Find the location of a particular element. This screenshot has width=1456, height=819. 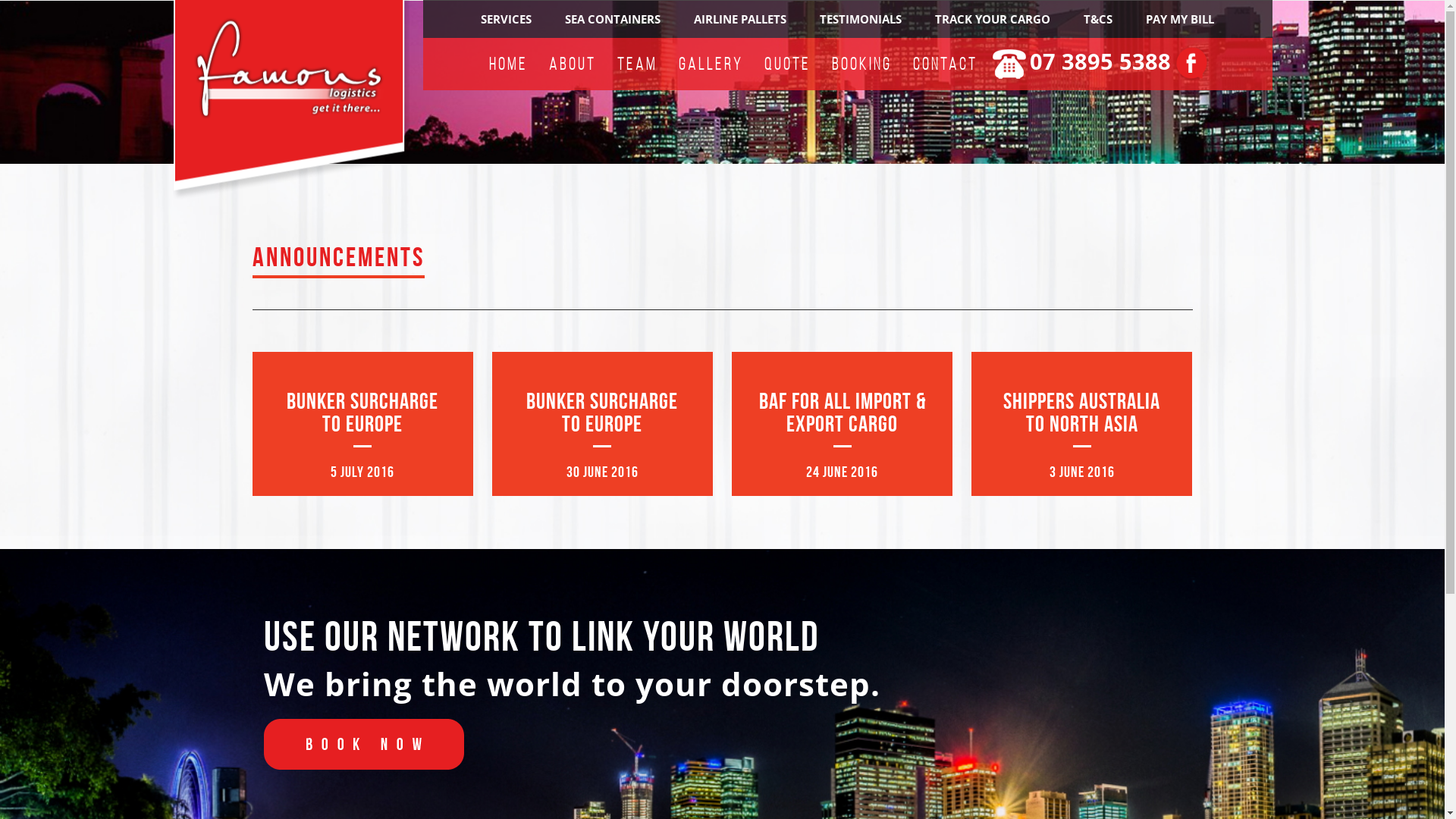

'F' is located at coordinates (1192, 63).